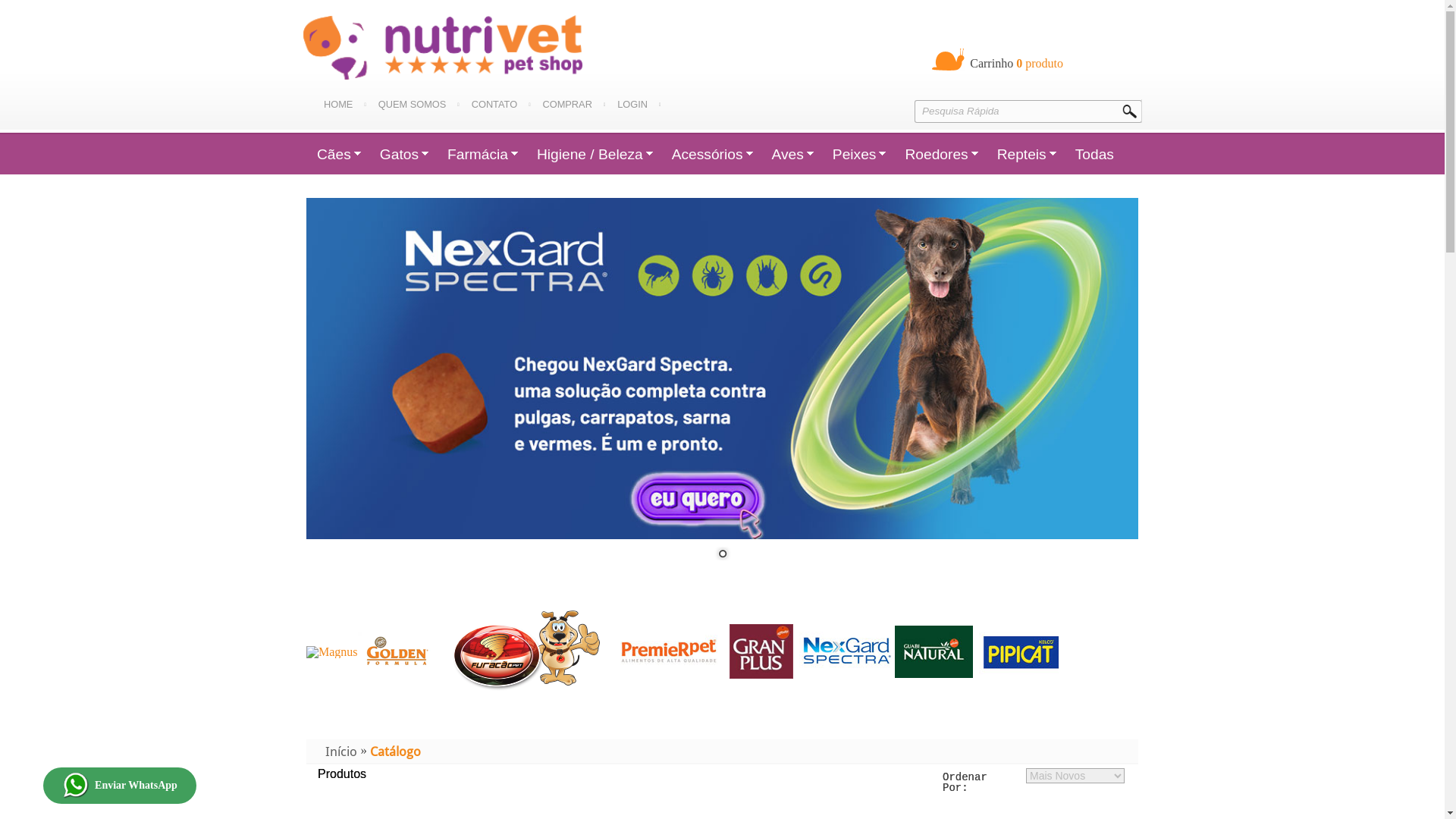  Describe the element at coordinates (1016, 63) in the screenshot. I see `'                    Carrinho` at that location.